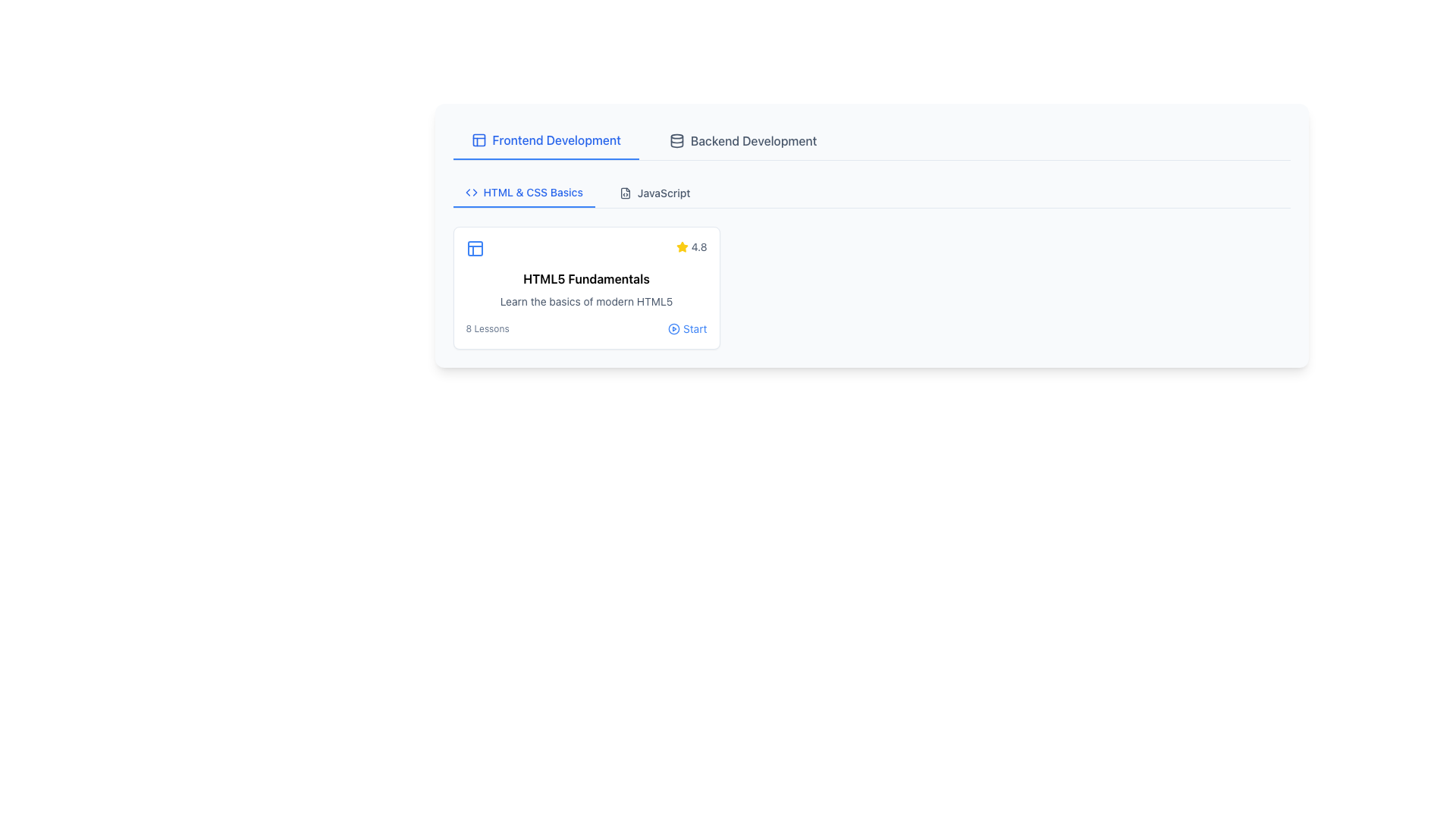  What do you see at coordinates (691, 246) in the screenshot?
I see `the composite element displaying the rating of the 'HTML5 Fundamentals' course, which combines a visual star representation with a numerical rating, located at the top-right corner of the card` at bounding box center [691, 246].